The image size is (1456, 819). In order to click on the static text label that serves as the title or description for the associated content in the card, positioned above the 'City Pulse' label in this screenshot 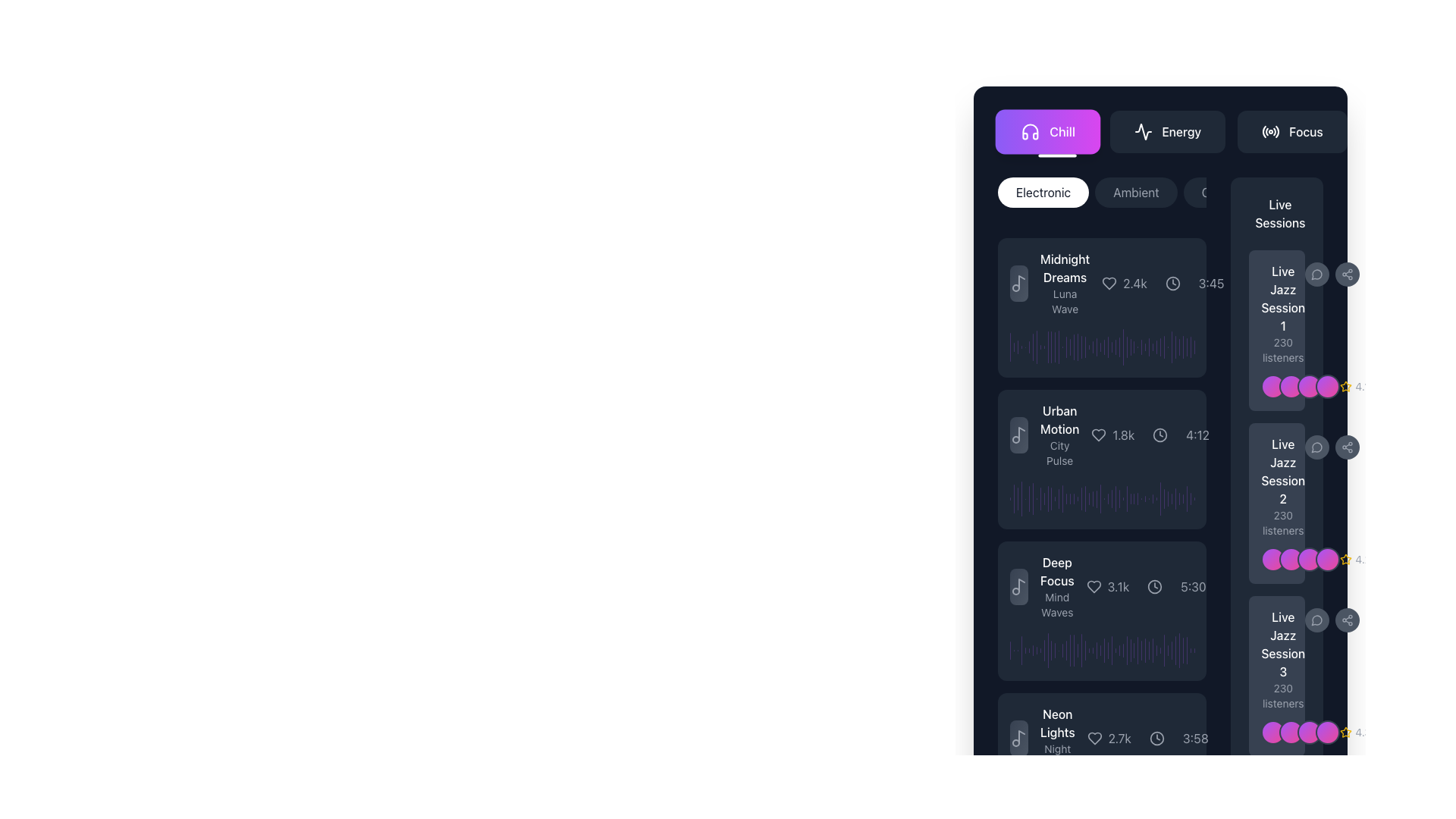, I will do `click(1059, 420)`.